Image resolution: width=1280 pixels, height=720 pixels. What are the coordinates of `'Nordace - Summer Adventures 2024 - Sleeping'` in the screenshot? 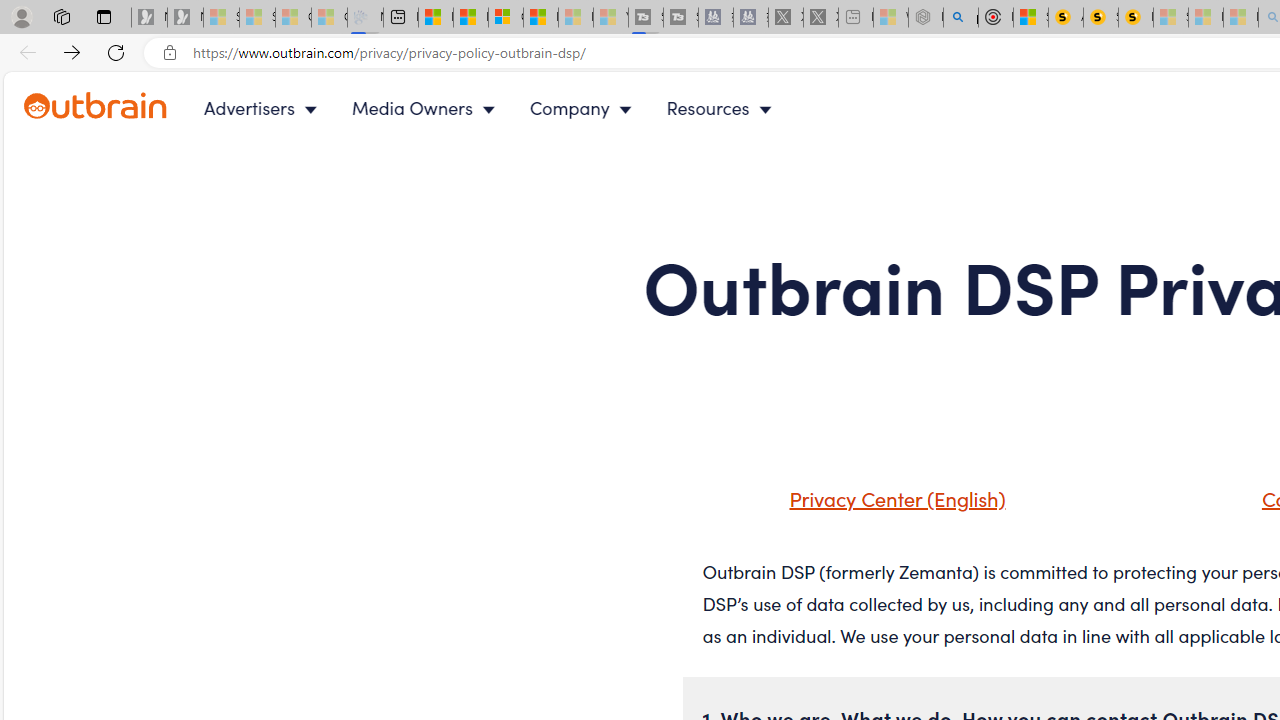 It's located at (925, 17).